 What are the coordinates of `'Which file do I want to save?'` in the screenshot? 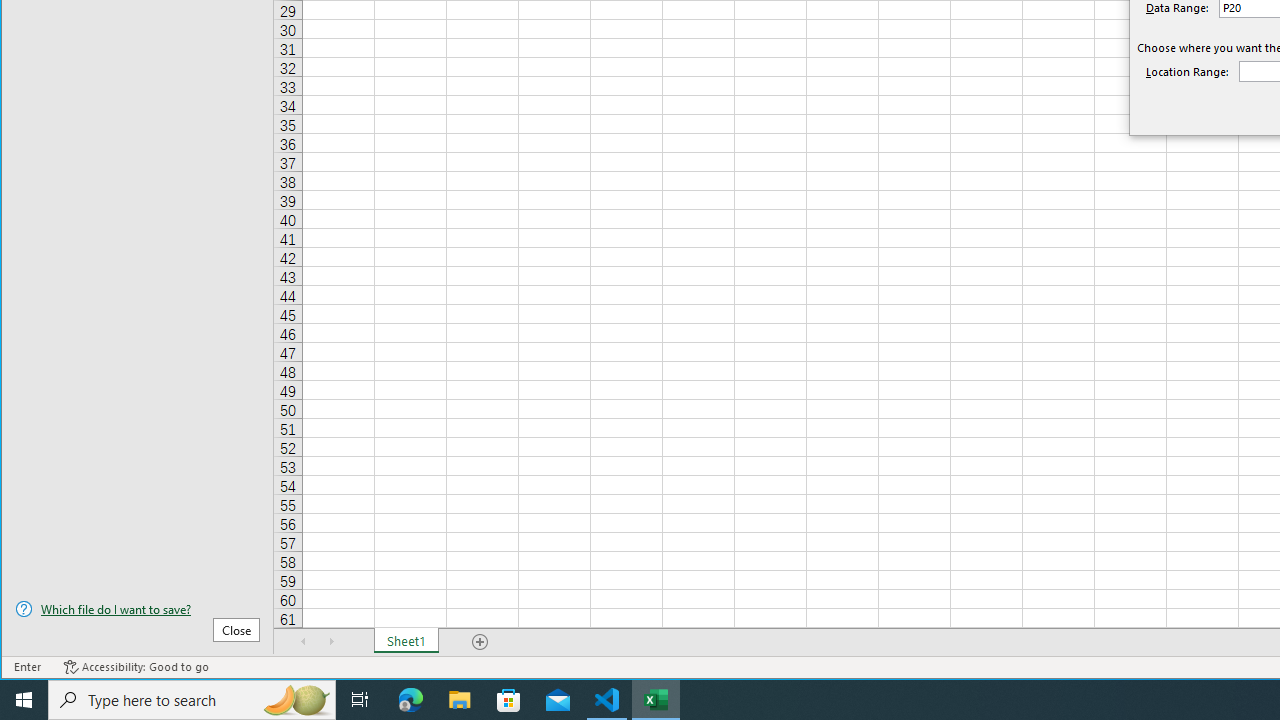 It's located at (136, 608).